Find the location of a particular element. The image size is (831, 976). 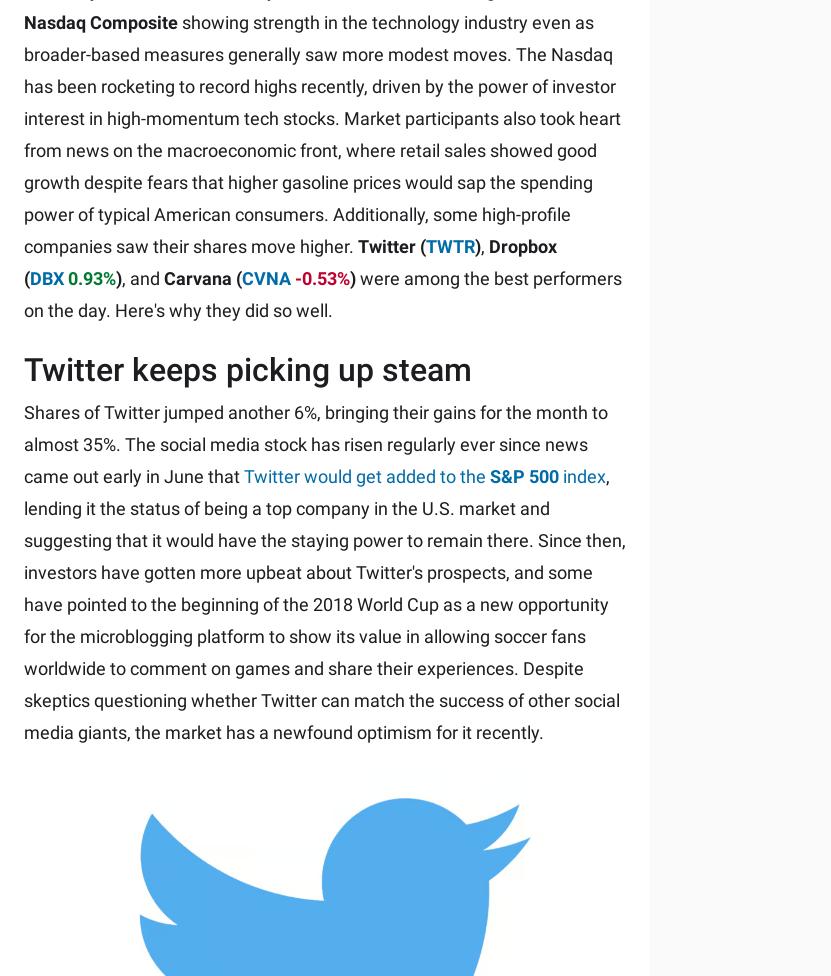

'© 1995 - 2023 The Motley Fool. All rights reserved.' is located at coordinates (133, 285).